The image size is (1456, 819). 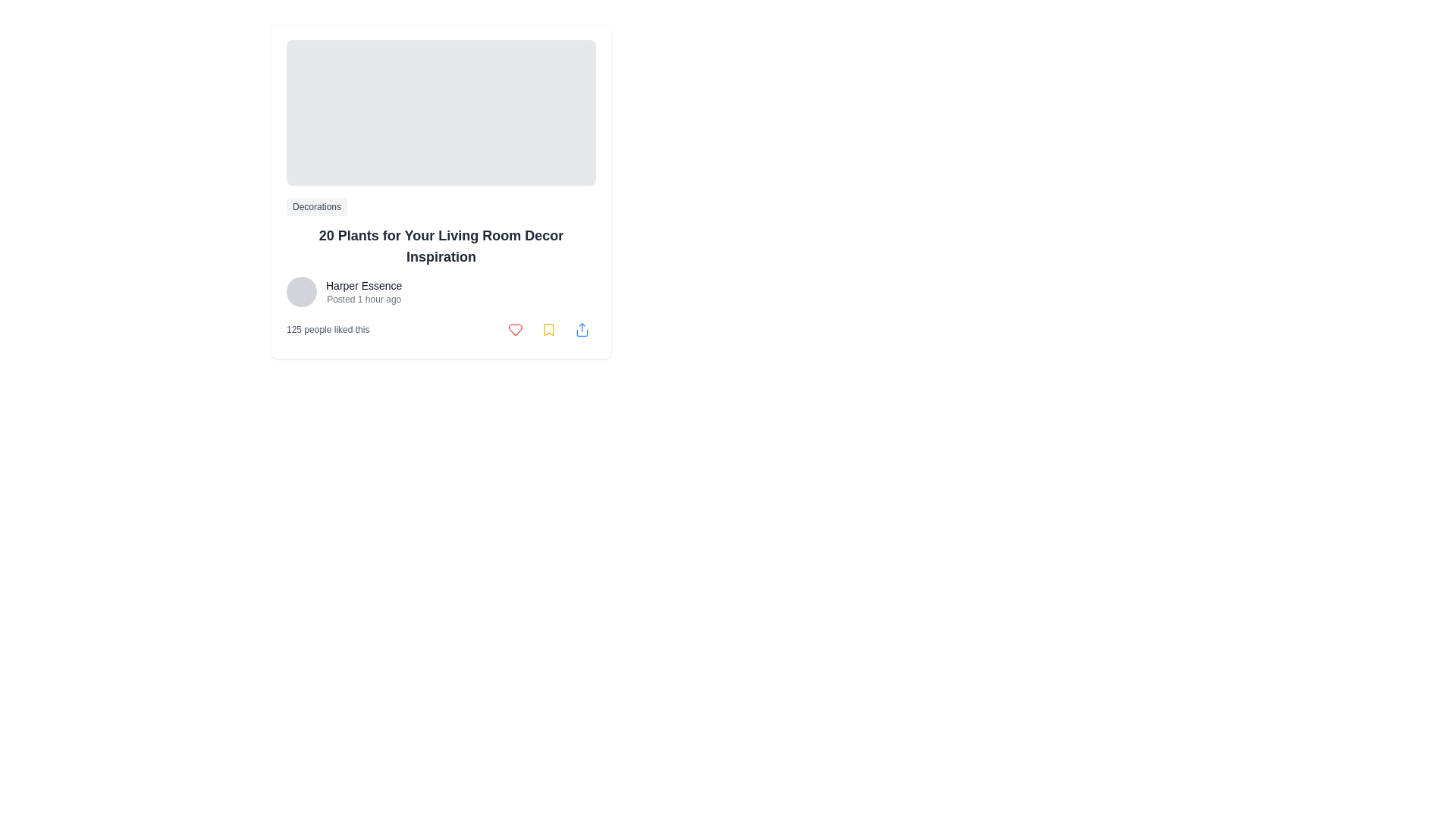 What do you see at coordinates (516, 329) in the screenshot?
I see `the heart icon button located directly below the number of likes, which allows users to express a 'like' or favorite action for the associated content` at bounding box center [516, 329].